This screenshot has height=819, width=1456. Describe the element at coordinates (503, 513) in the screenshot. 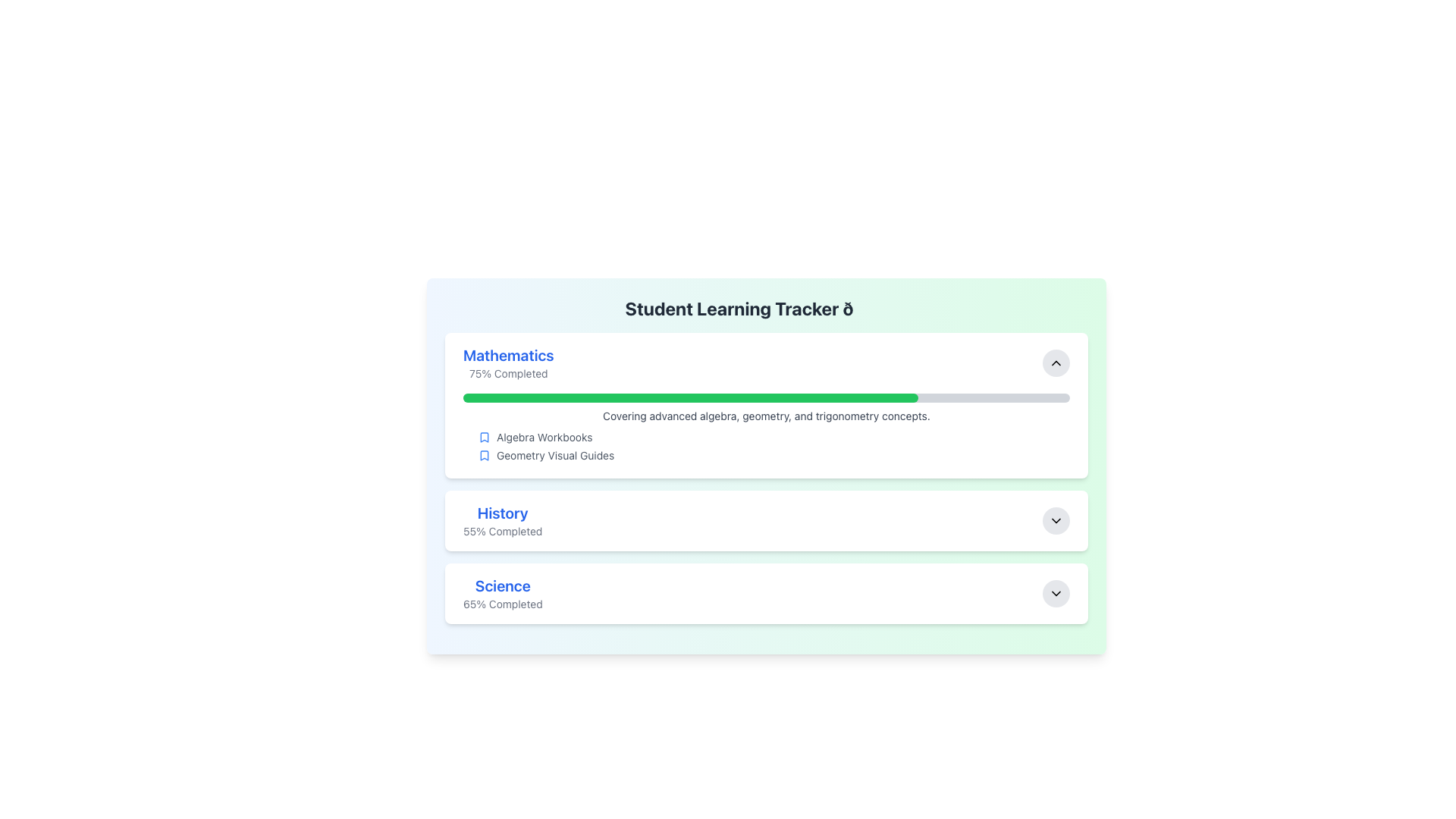

I see `the non-interactive text label representing a specific subject within the progress tracking interface, located between the 'Mathematics' and 'Science' cards` at that location.